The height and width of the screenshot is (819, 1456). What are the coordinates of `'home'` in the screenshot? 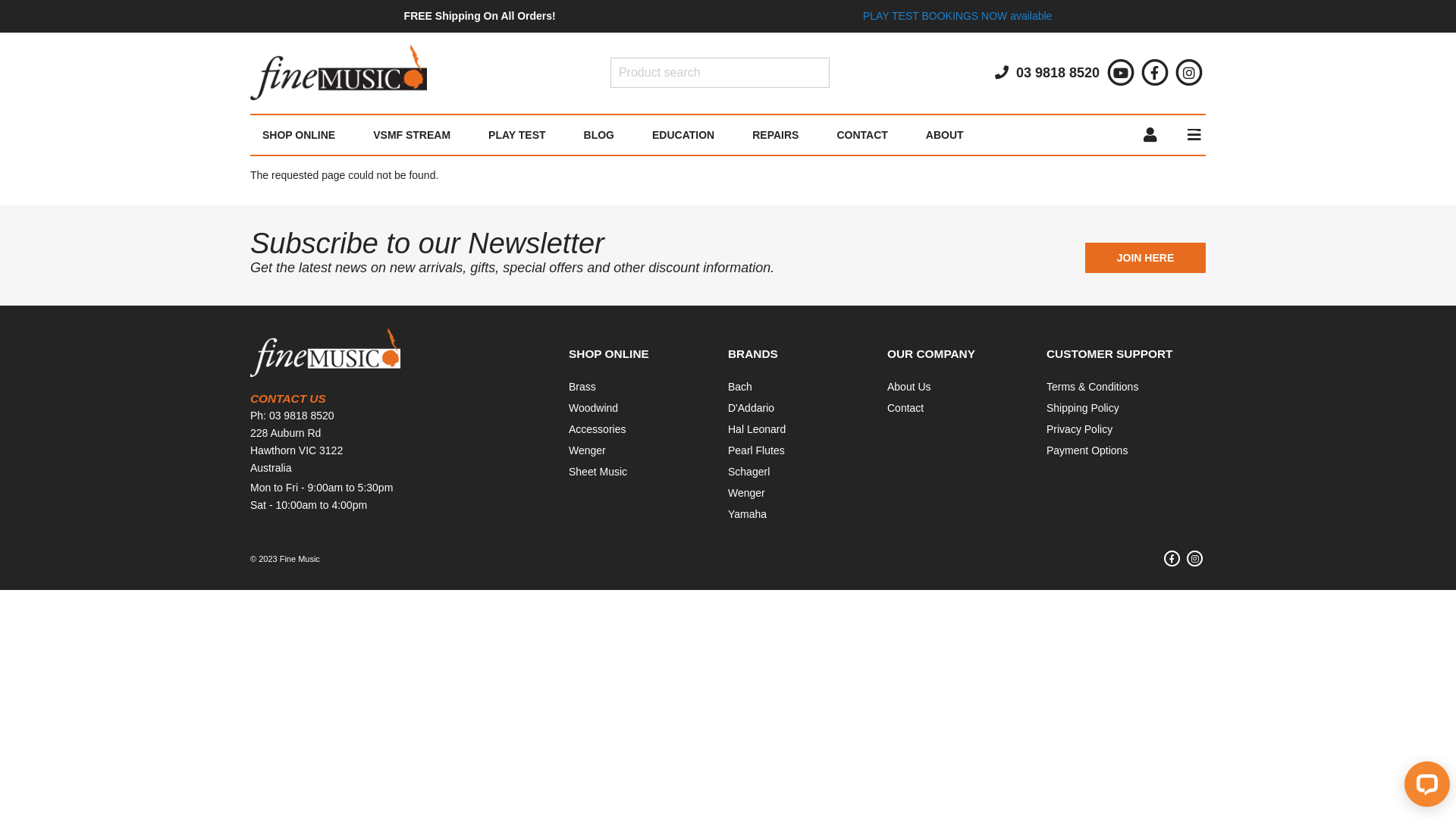 It's located at (337, 73).